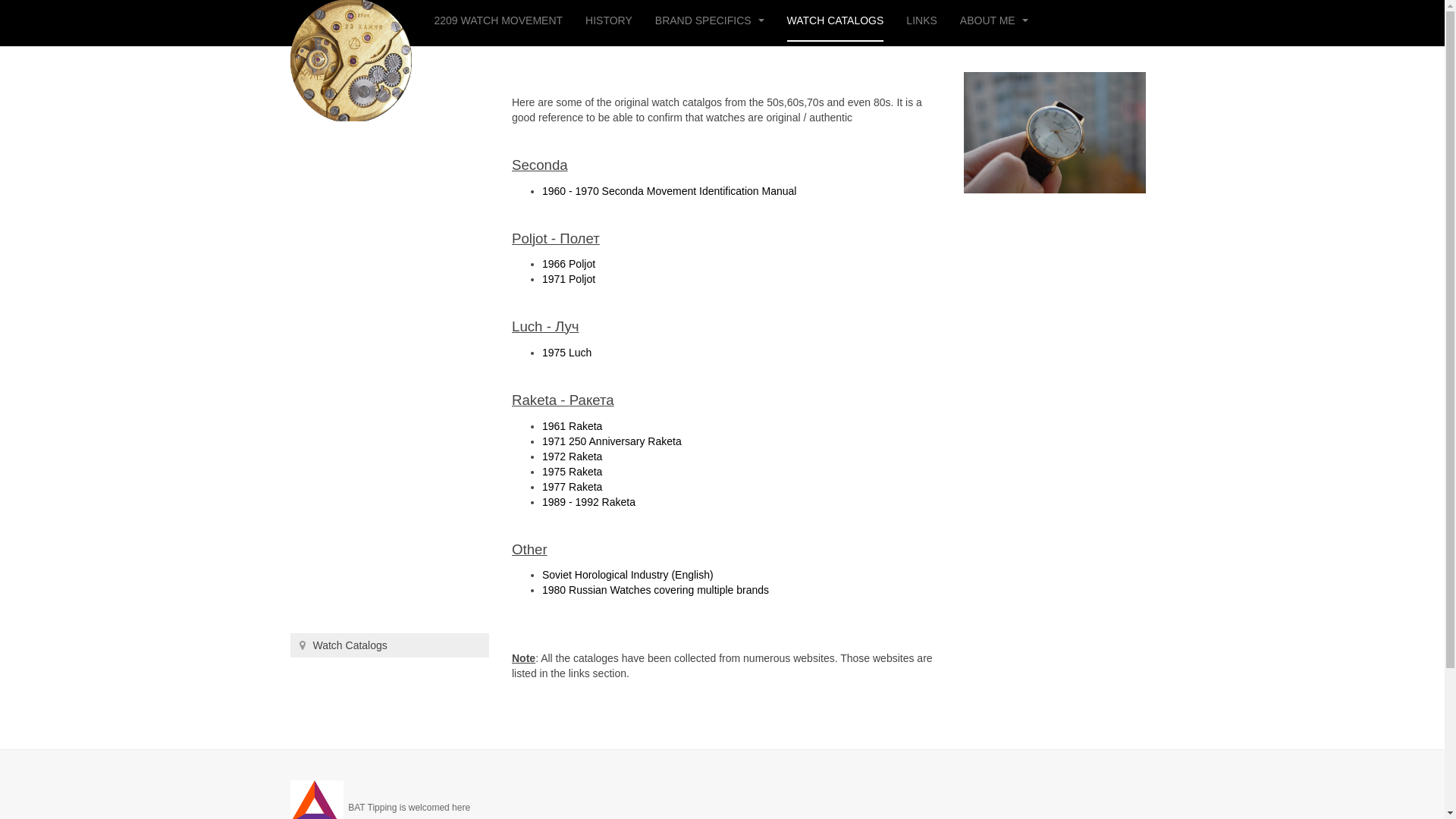 The width and height of the screenshot is (1456, 819). I want to click on '2209 WATCH MOVEMENT', so click(498, 20).